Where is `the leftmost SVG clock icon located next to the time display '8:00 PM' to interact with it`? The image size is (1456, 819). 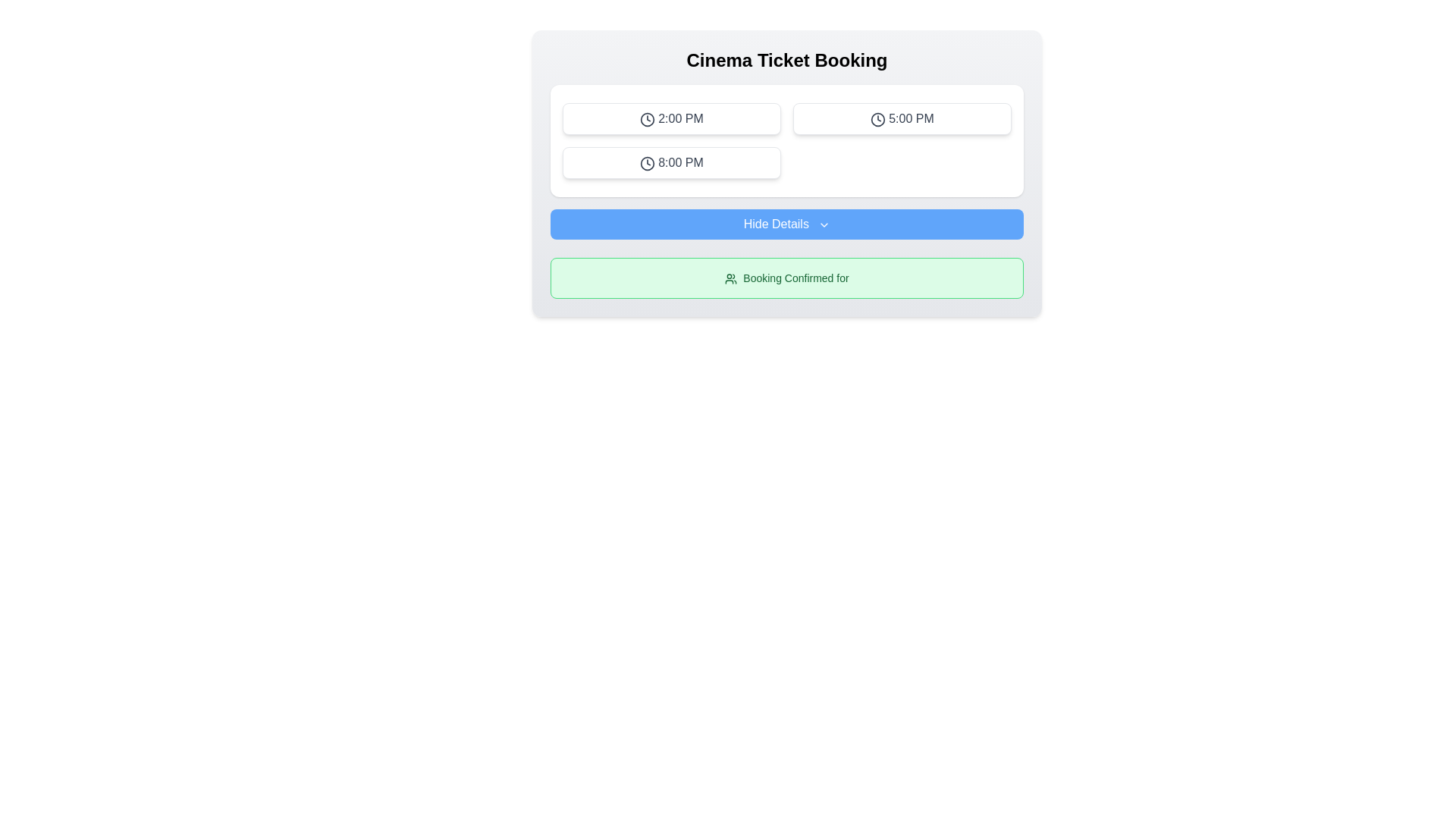 the leftmost SVG clock icon located next to the time display '8:00 PM' to interact with it is located at coordinates (648, 163).